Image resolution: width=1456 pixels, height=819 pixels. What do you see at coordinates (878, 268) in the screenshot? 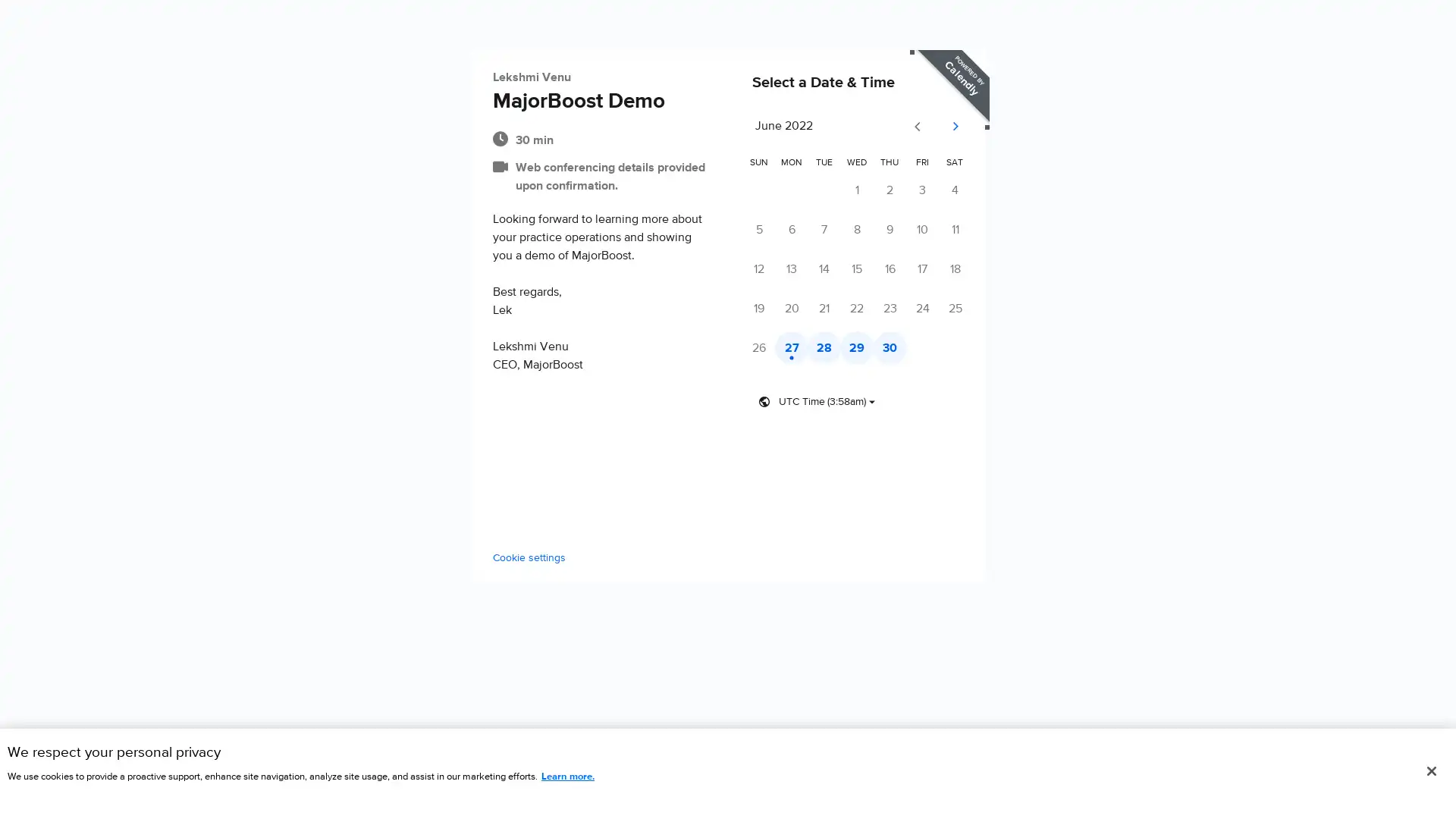
I see `Wednesday, June 15 - No times available` at bounding box center [878, 268].